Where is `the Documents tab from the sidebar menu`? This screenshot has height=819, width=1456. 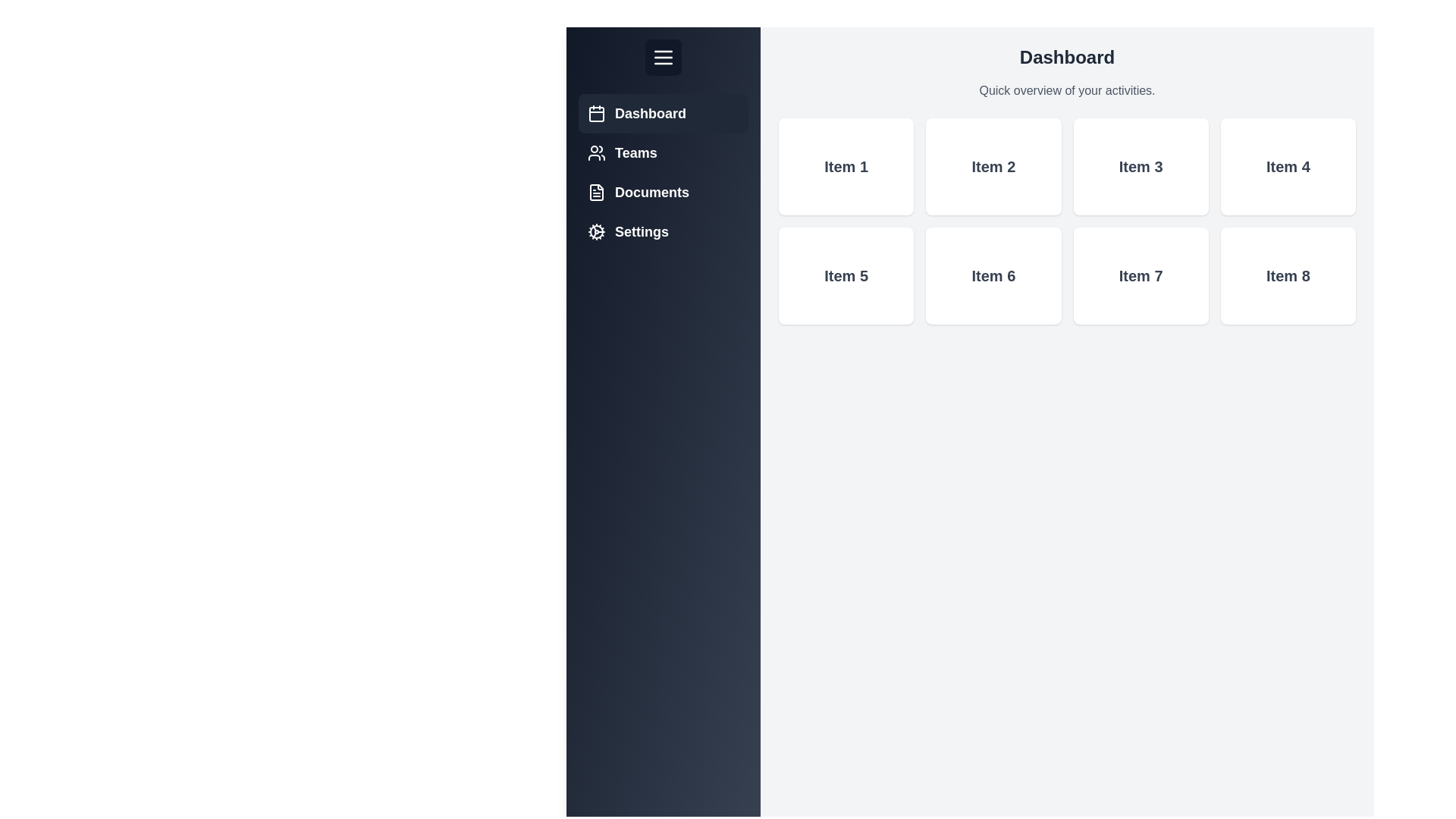
the Documents tab from the sidebar menu is located at coordinates (663, 192).